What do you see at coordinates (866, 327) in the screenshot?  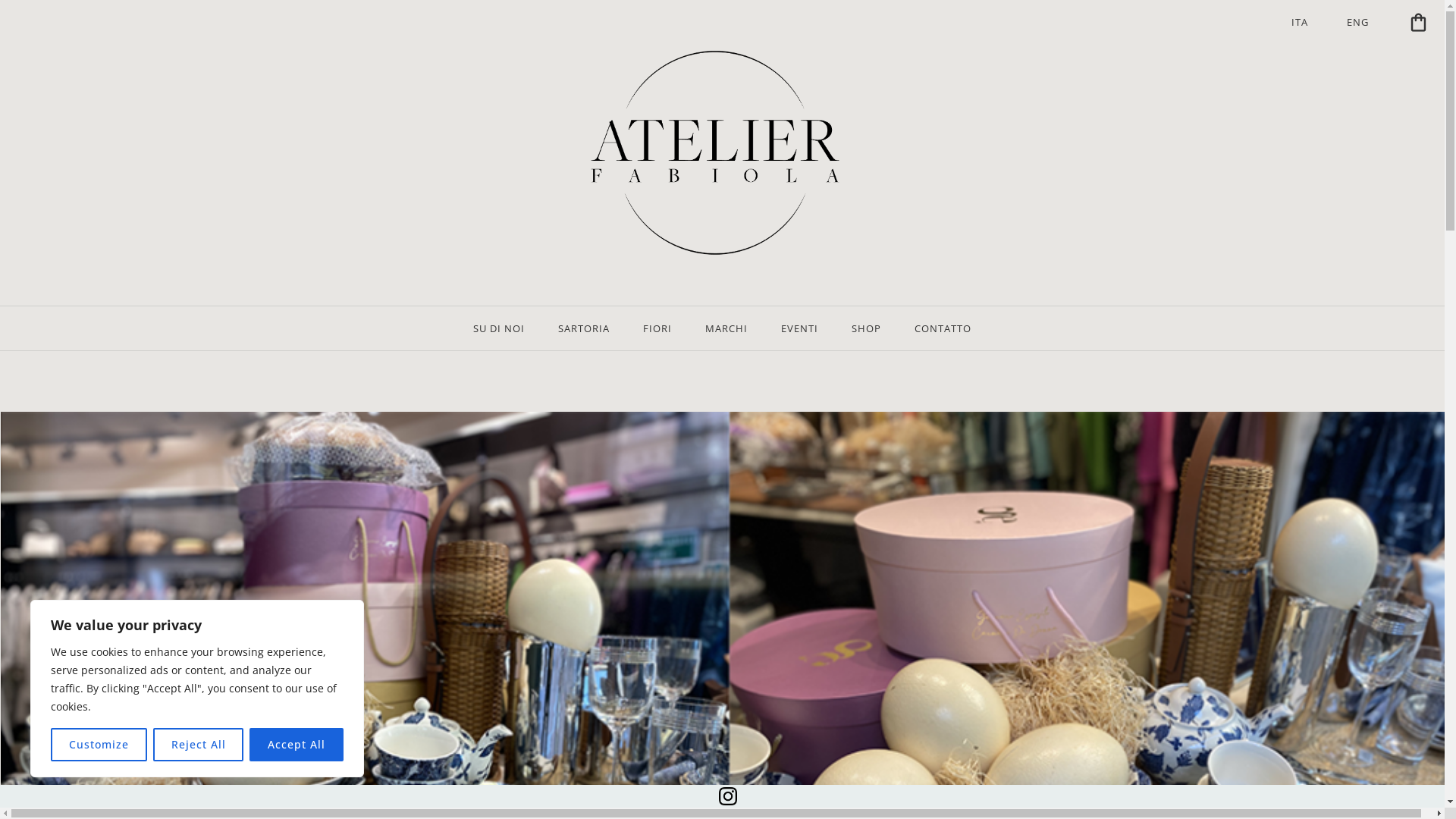 I see `'SHOP'` at bounding box center [866, 327].